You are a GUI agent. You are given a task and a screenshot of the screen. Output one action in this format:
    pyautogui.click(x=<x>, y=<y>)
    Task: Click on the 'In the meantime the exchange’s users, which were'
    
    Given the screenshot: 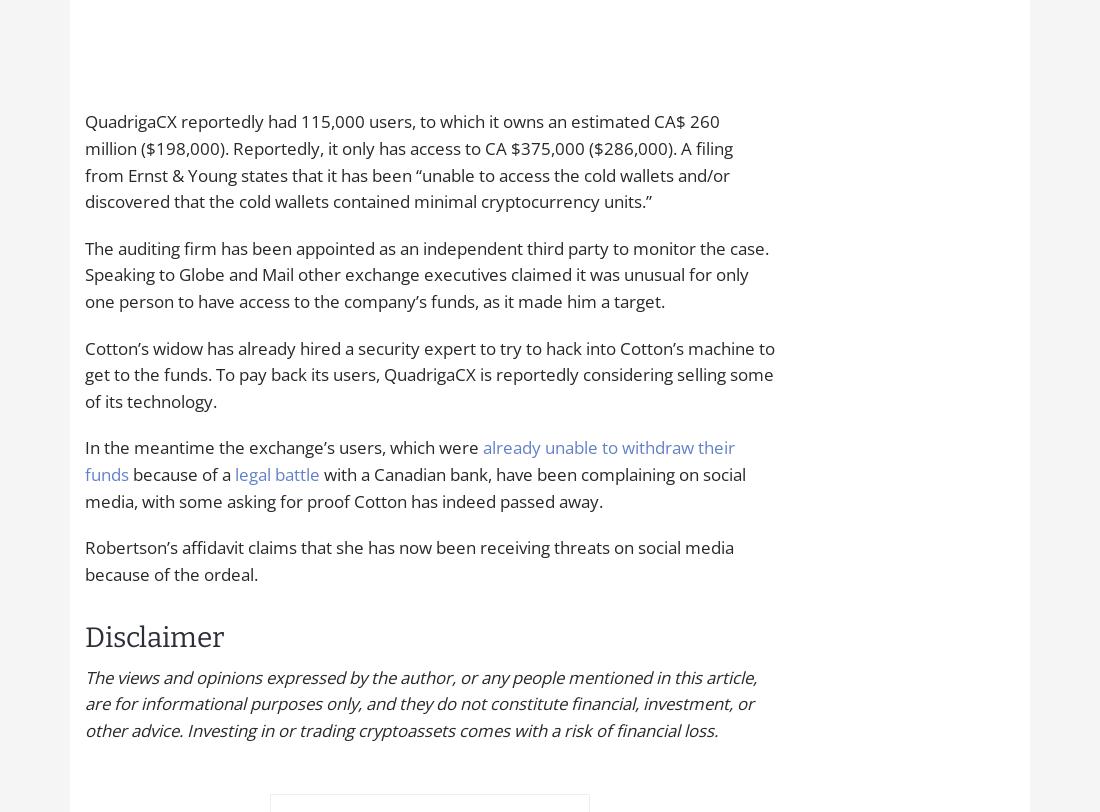 What is the action you would take?
    pyautogui.click(x=283, y=447)
    